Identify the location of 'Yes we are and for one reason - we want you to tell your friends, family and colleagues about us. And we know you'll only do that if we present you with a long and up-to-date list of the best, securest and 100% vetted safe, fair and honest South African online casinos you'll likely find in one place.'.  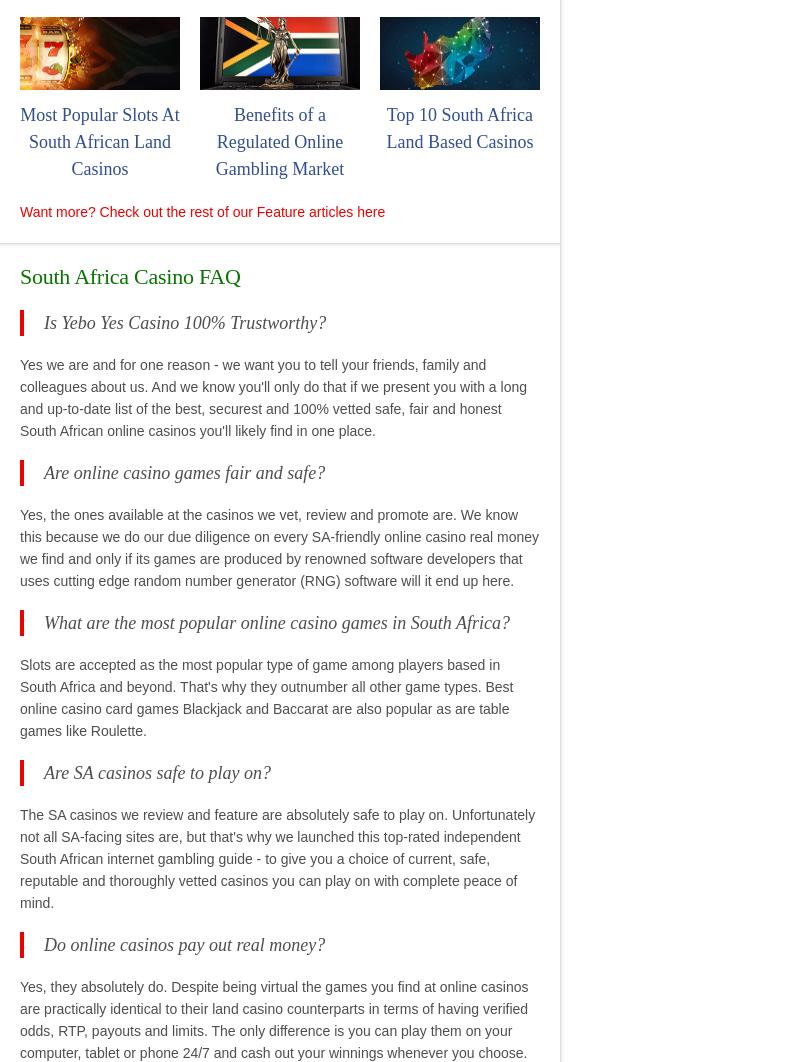
(20, 395).